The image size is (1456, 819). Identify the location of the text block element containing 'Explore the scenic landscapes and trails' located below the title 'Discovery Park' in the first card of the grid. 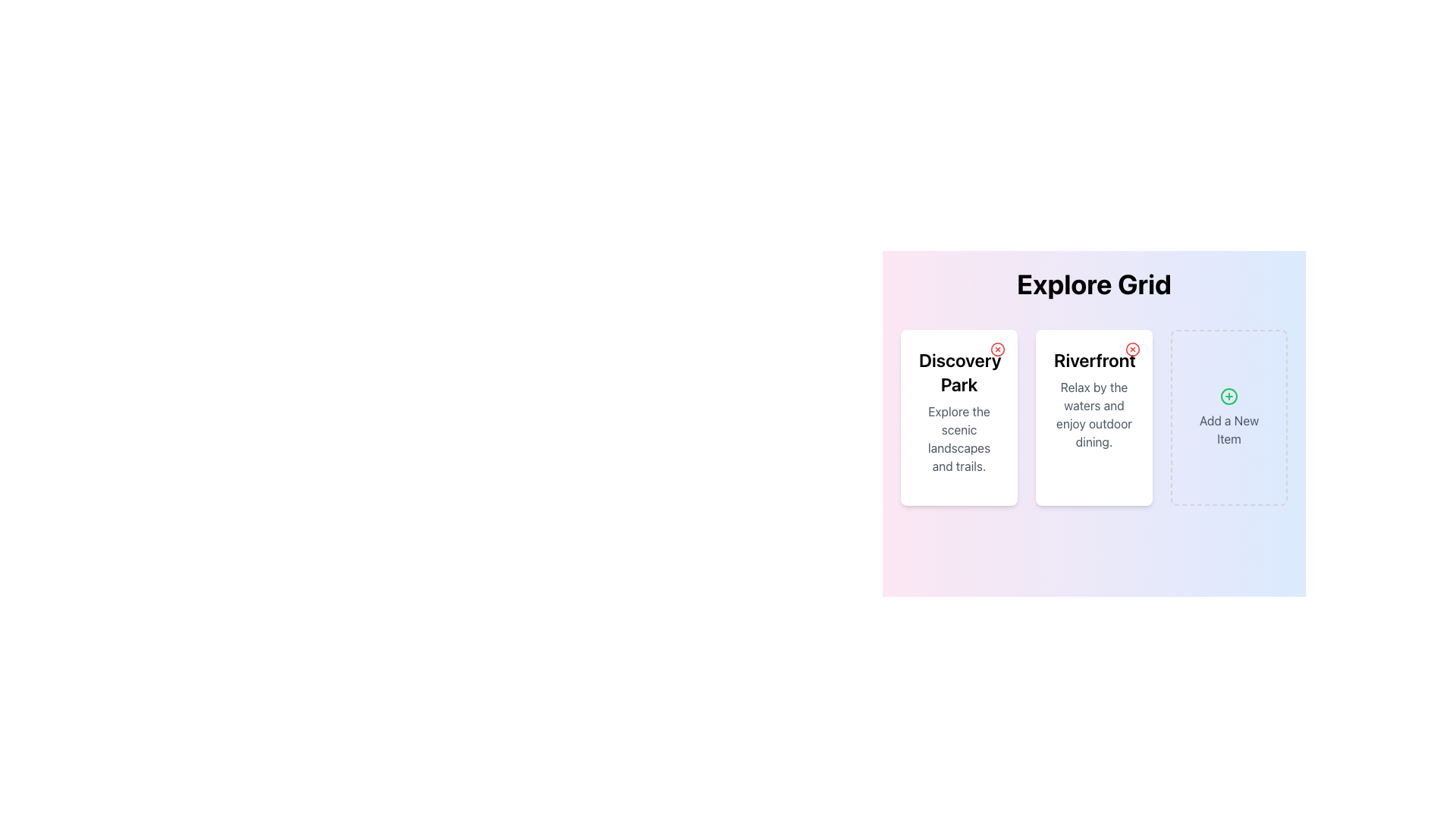
(959, 438).